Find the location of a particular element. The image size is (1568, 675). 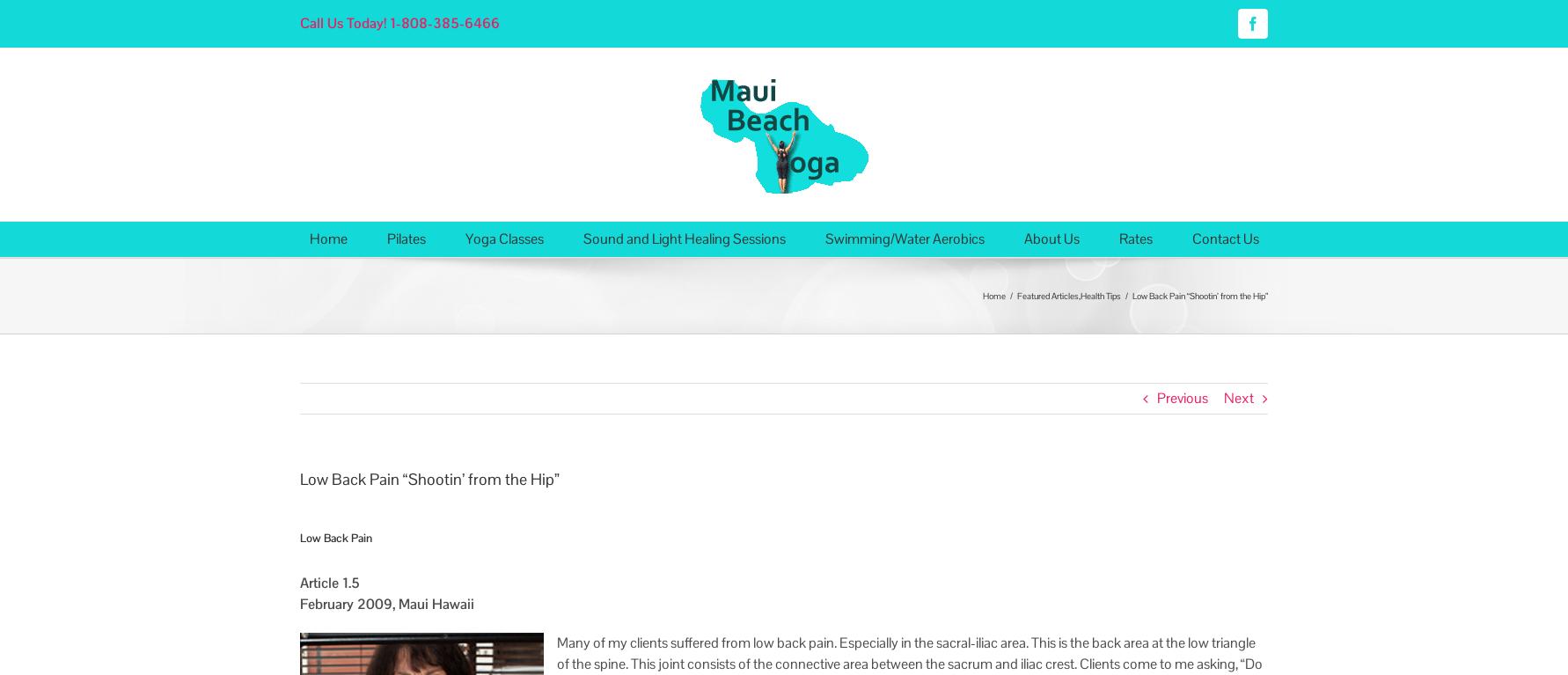

'Low Back Pain' is located at coordinates (336, 537).